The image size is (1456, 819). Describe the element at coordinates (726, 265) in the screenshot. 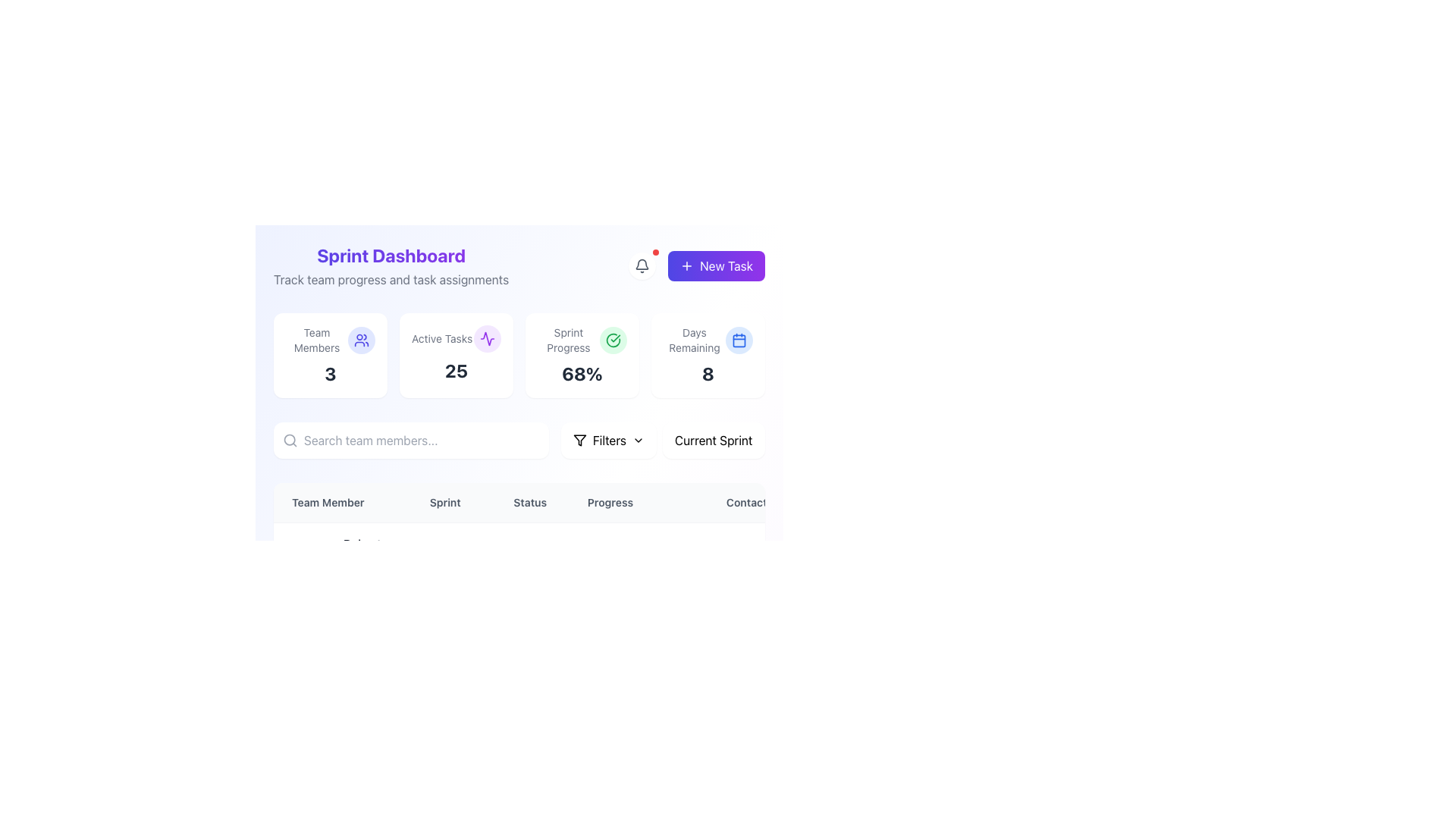

I see `the text label that indicates the creation of a new task, located in the center-right section above the main dashboard area` at that location.